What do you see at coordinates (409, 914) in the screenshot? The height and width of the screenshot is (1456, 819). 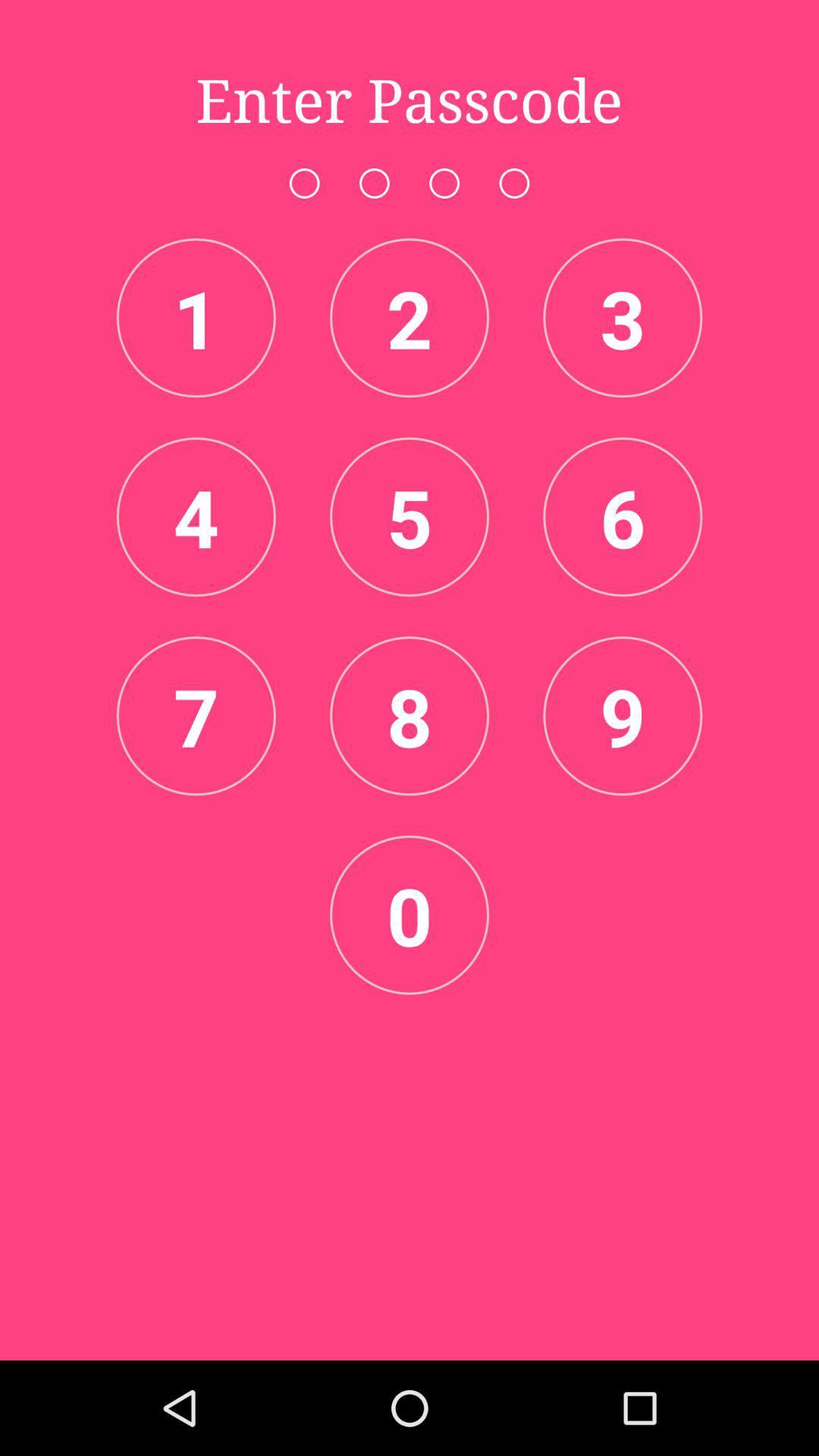 I see `0 icon` at bounding box center [409, 914].